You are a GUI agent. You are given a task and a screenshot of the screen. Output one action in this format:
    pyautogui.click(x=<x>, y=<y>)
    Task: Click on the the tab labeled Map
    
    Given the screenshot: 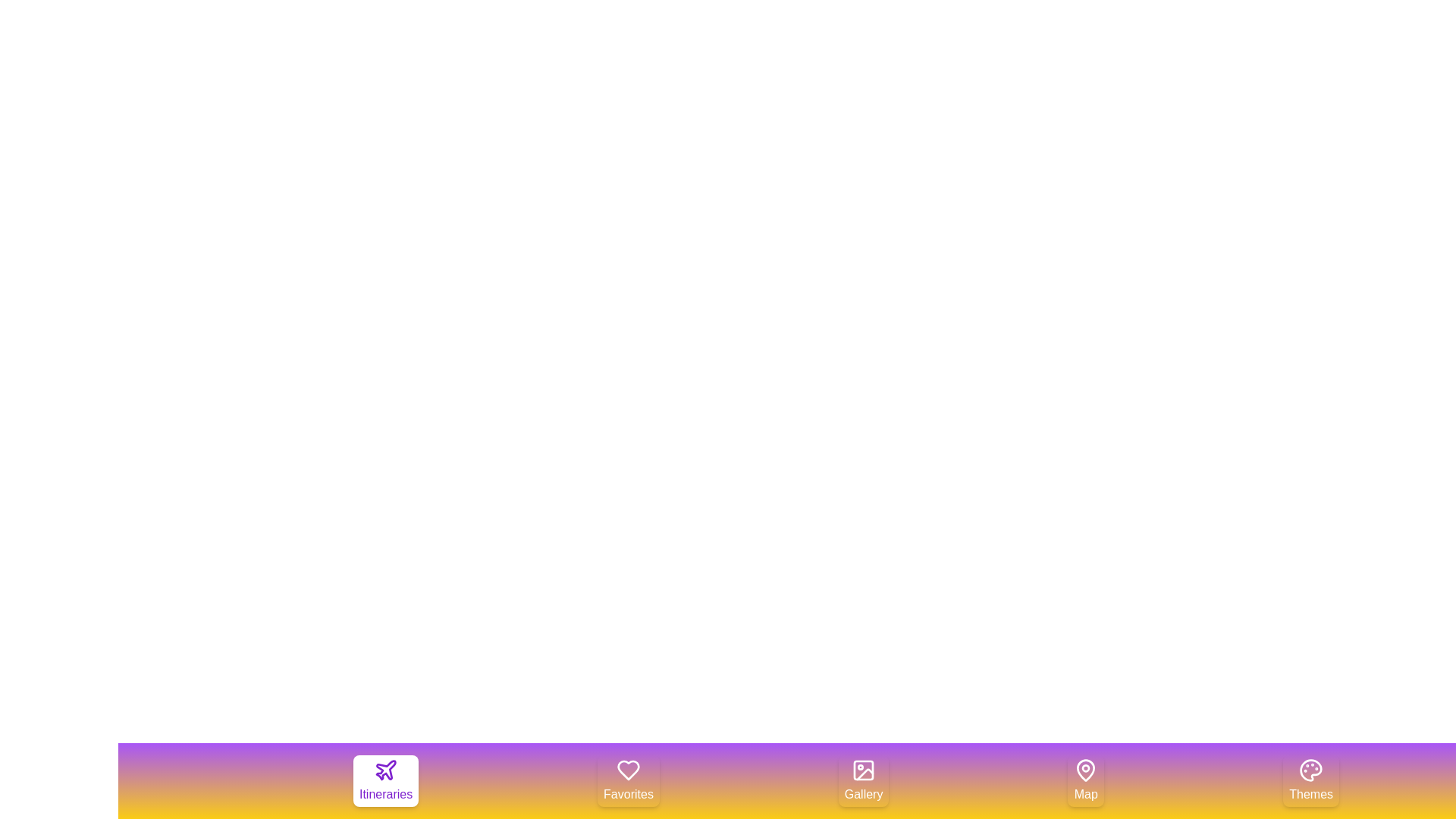 What is the action you would take?
    pyautogui.click(x=1085, y=780)
    